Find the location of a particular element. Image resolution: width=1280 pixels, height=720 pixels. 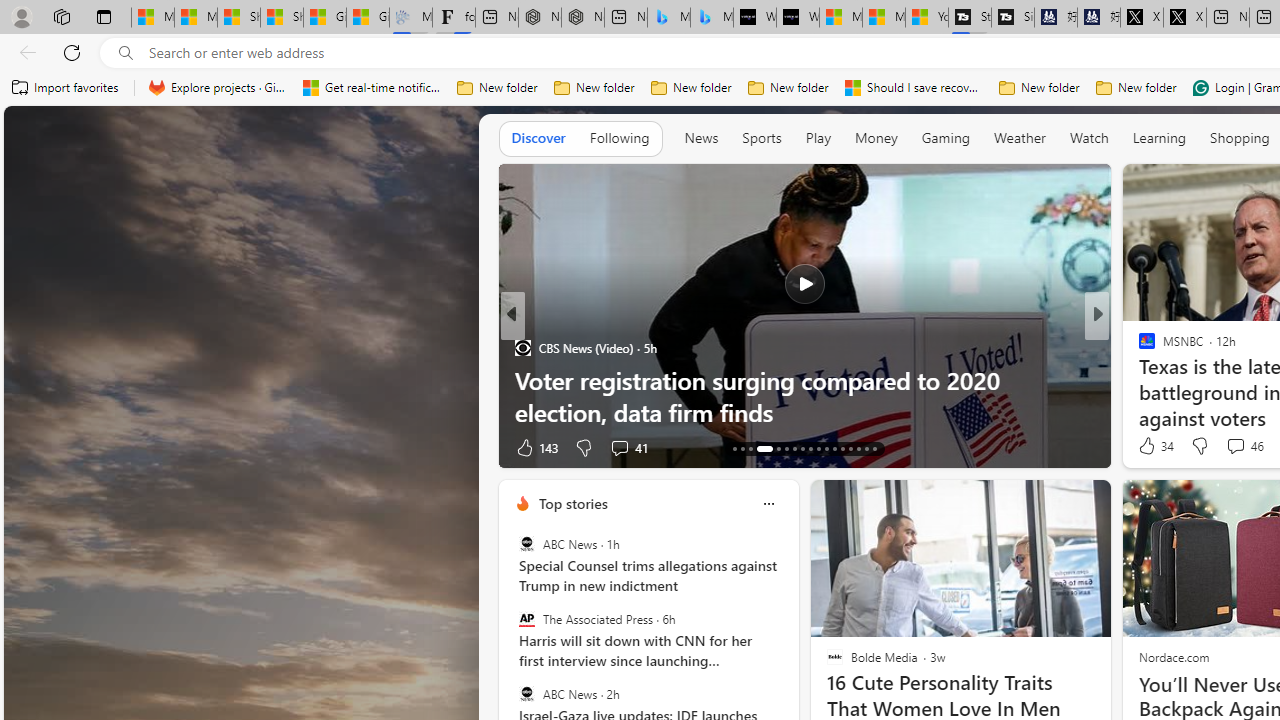

'94 Like' is located at coordinates (1149, 446).